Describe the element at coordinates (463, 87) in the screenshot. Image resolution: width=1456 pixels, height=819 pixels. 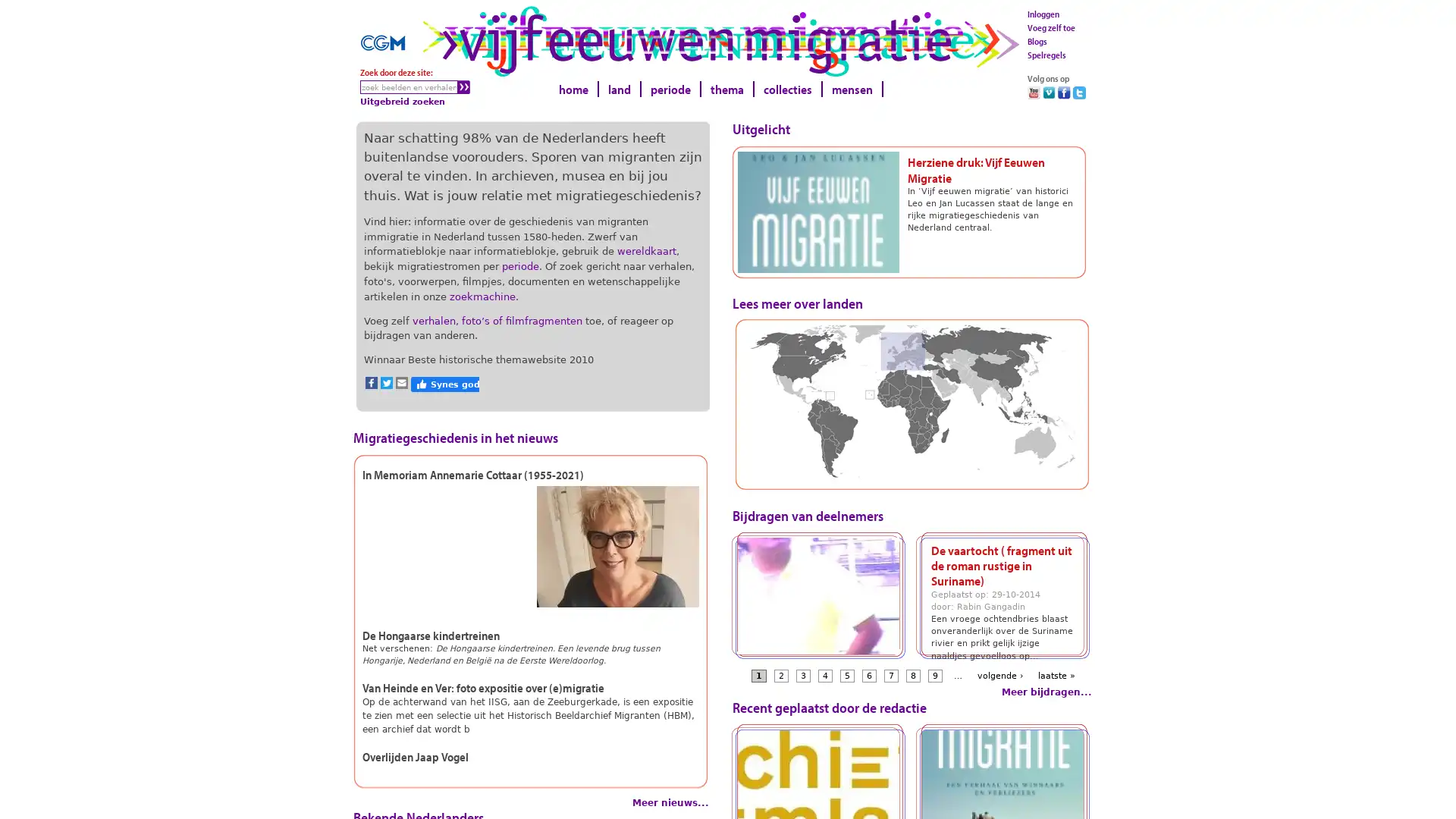
I see `Zoeken` at that location.